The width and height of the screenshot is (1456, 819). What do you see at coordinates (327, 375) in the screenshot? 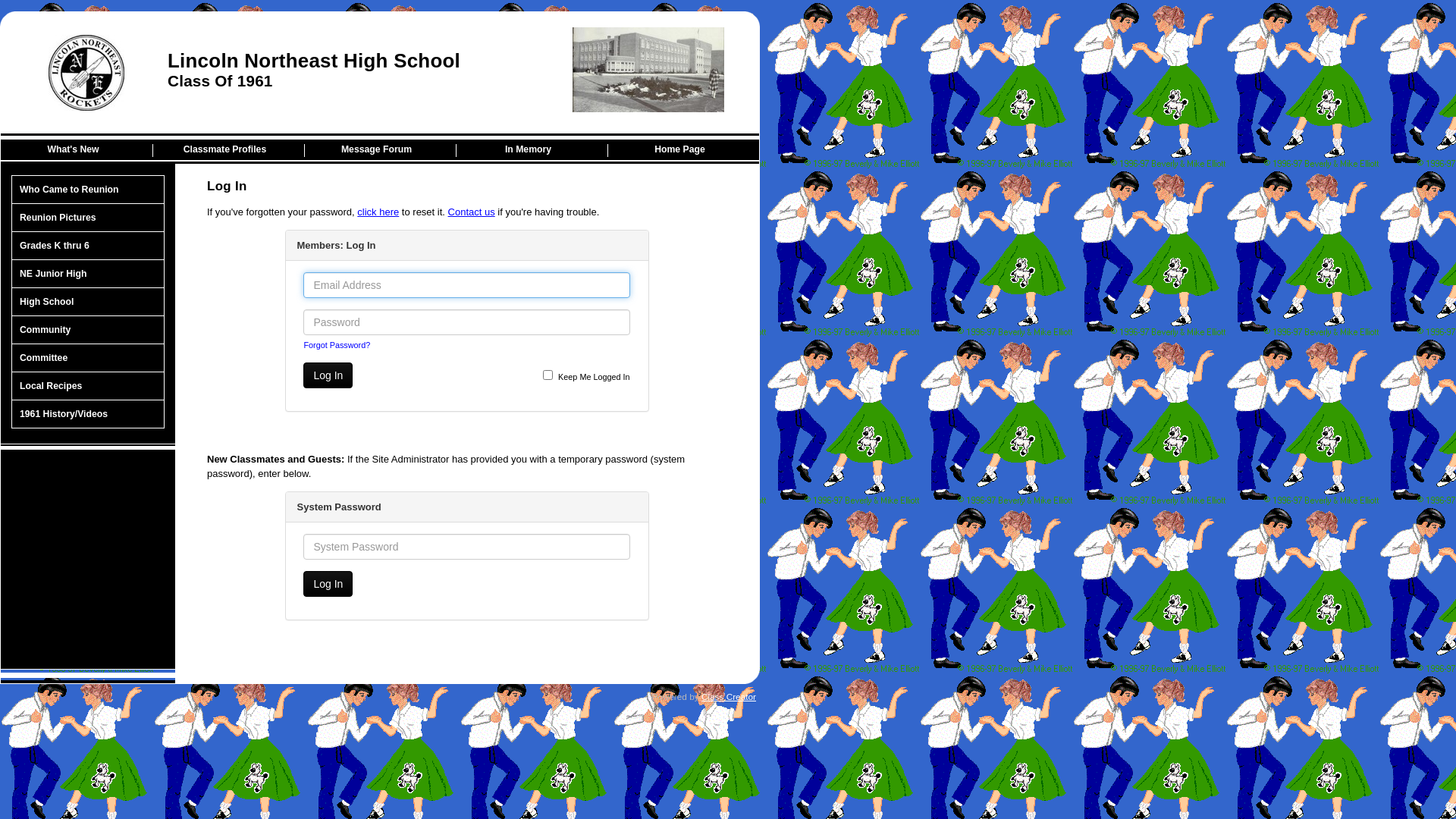
I see `'Log In'` at bounding box center [327, 375].